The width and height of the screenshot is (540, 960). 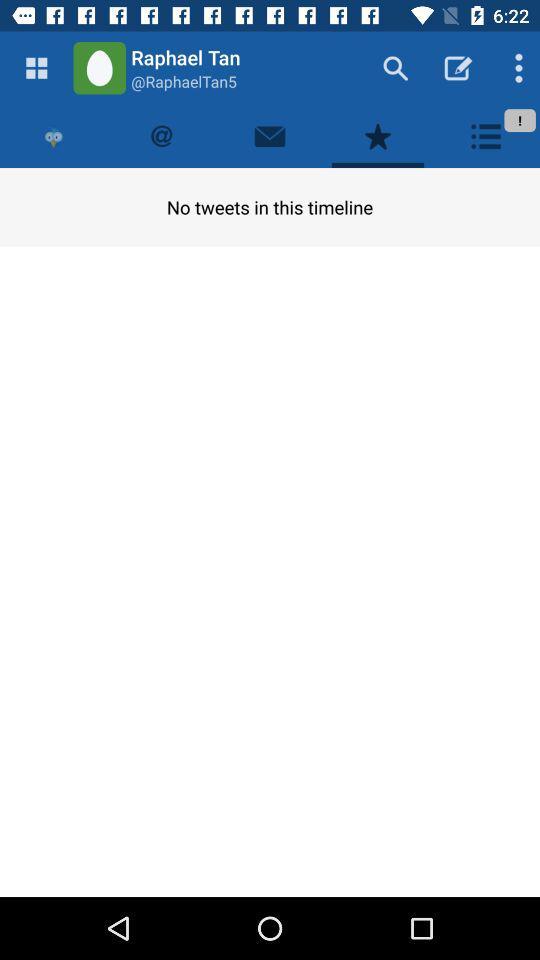 What do you see at coordinates (485, 135) in the screenshot?
I see `icon above the no tweets in` at bounding box center [485, 135].